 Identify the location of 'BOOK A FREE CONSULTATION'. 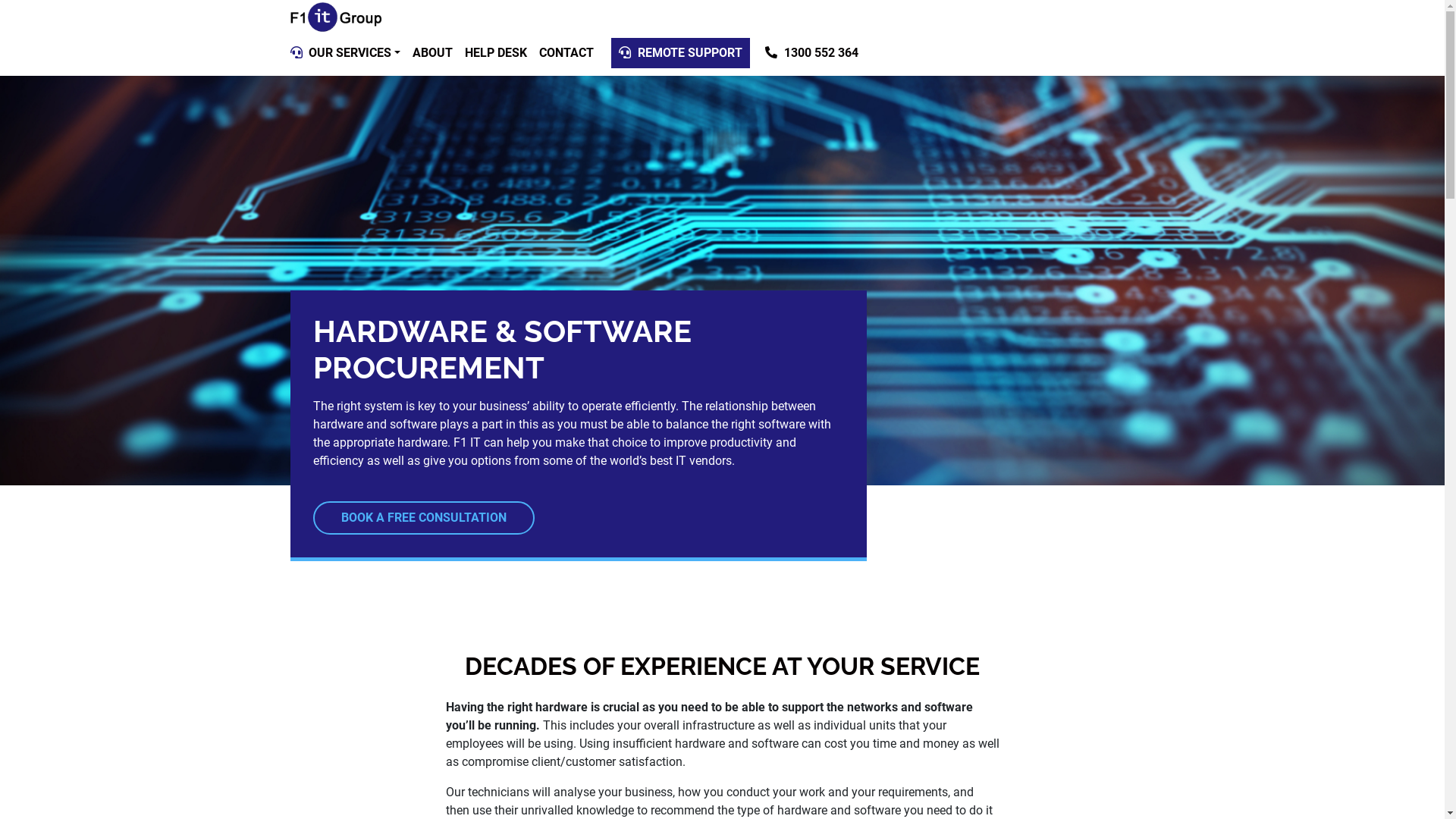
(422, 516).